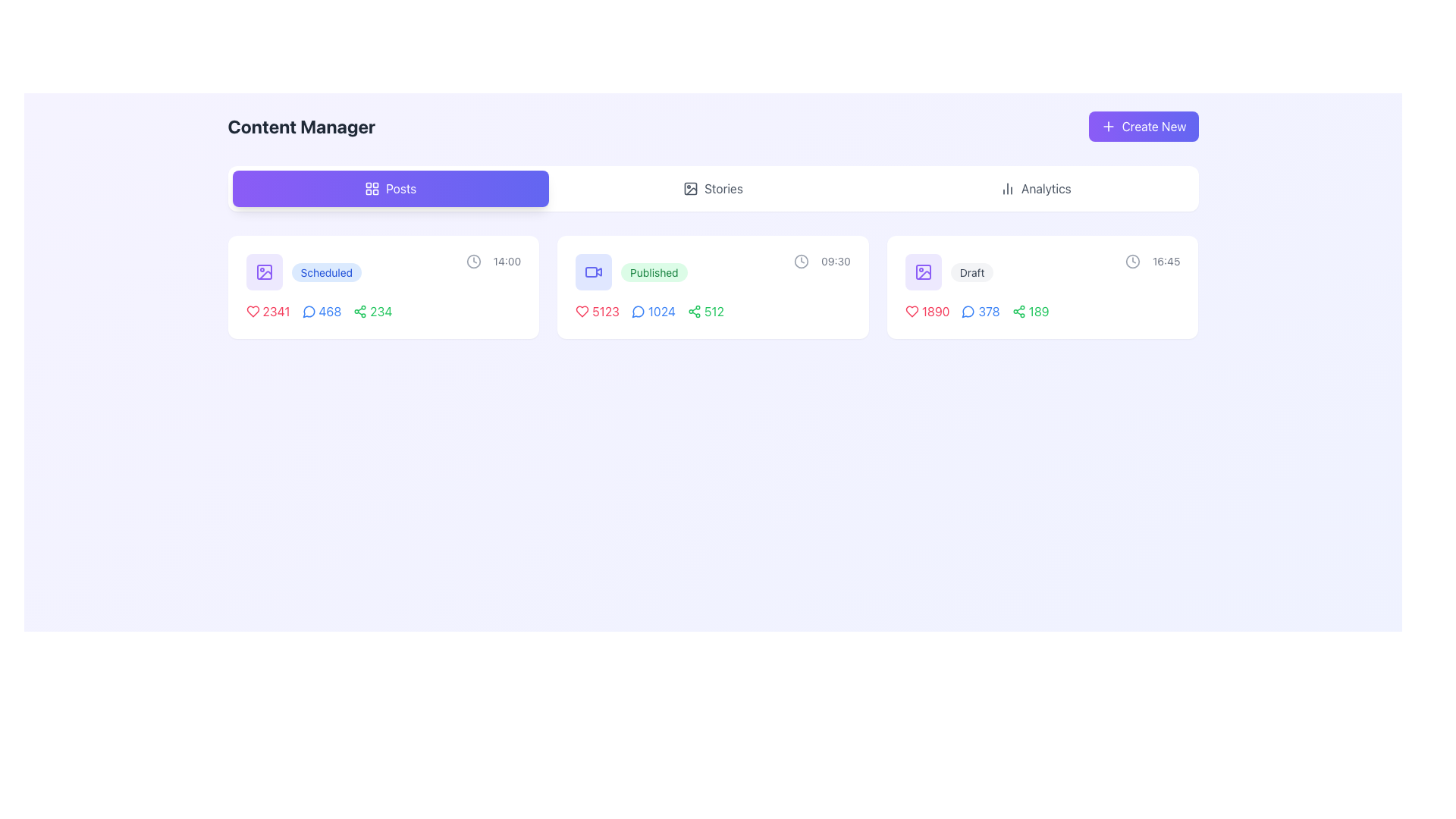 The image size is (1456, 819). Describe the element at coordinates (268, 311) in the screenshot. I see `textual value '2341' displayed in red font with a red heart icon to its left, located at the top-left corner of the statistics row in the 'Scheduled' post card` at that location.